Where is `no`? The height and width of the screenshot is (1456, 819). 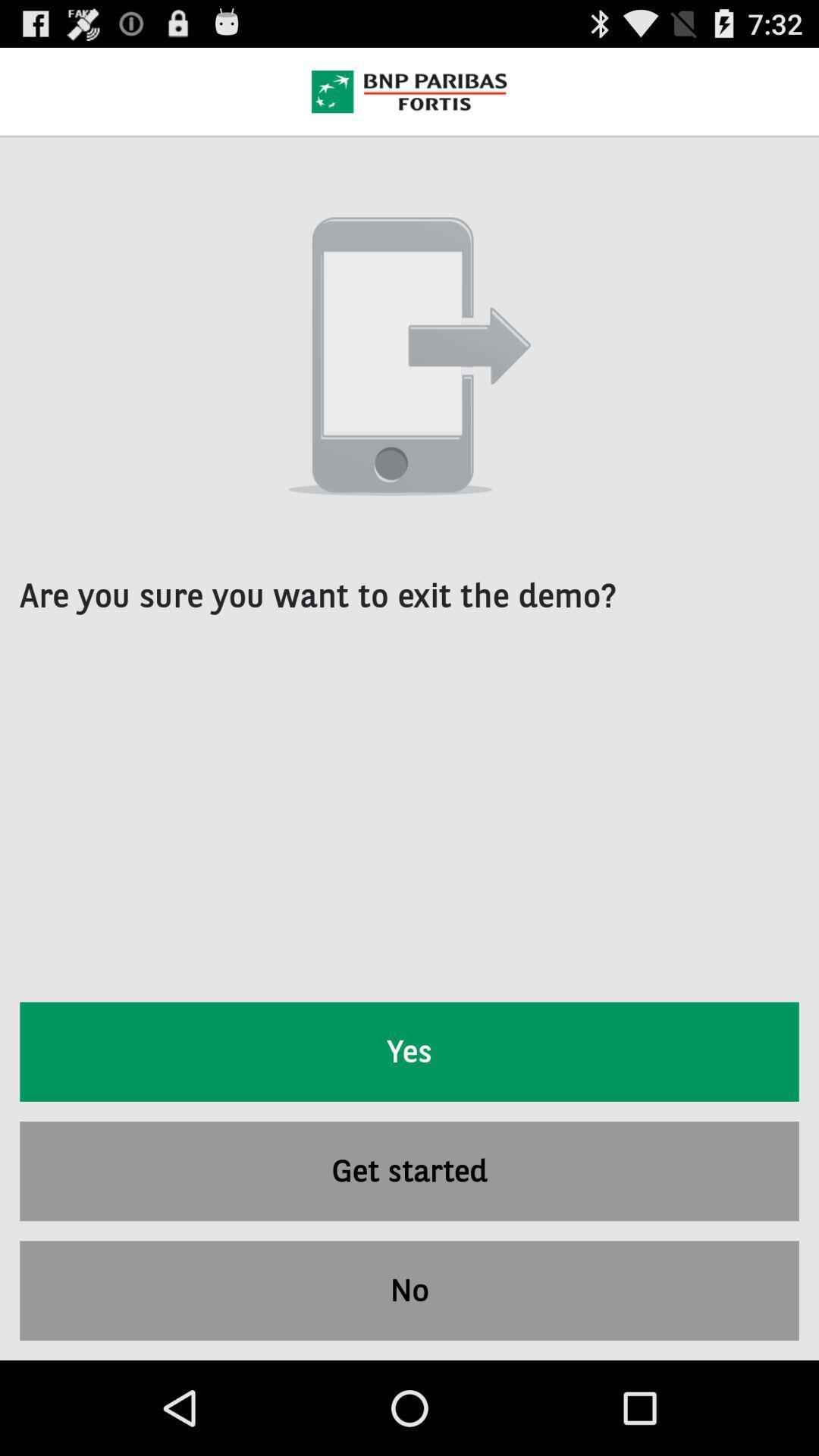 no is located at coordinates (409, 1290).